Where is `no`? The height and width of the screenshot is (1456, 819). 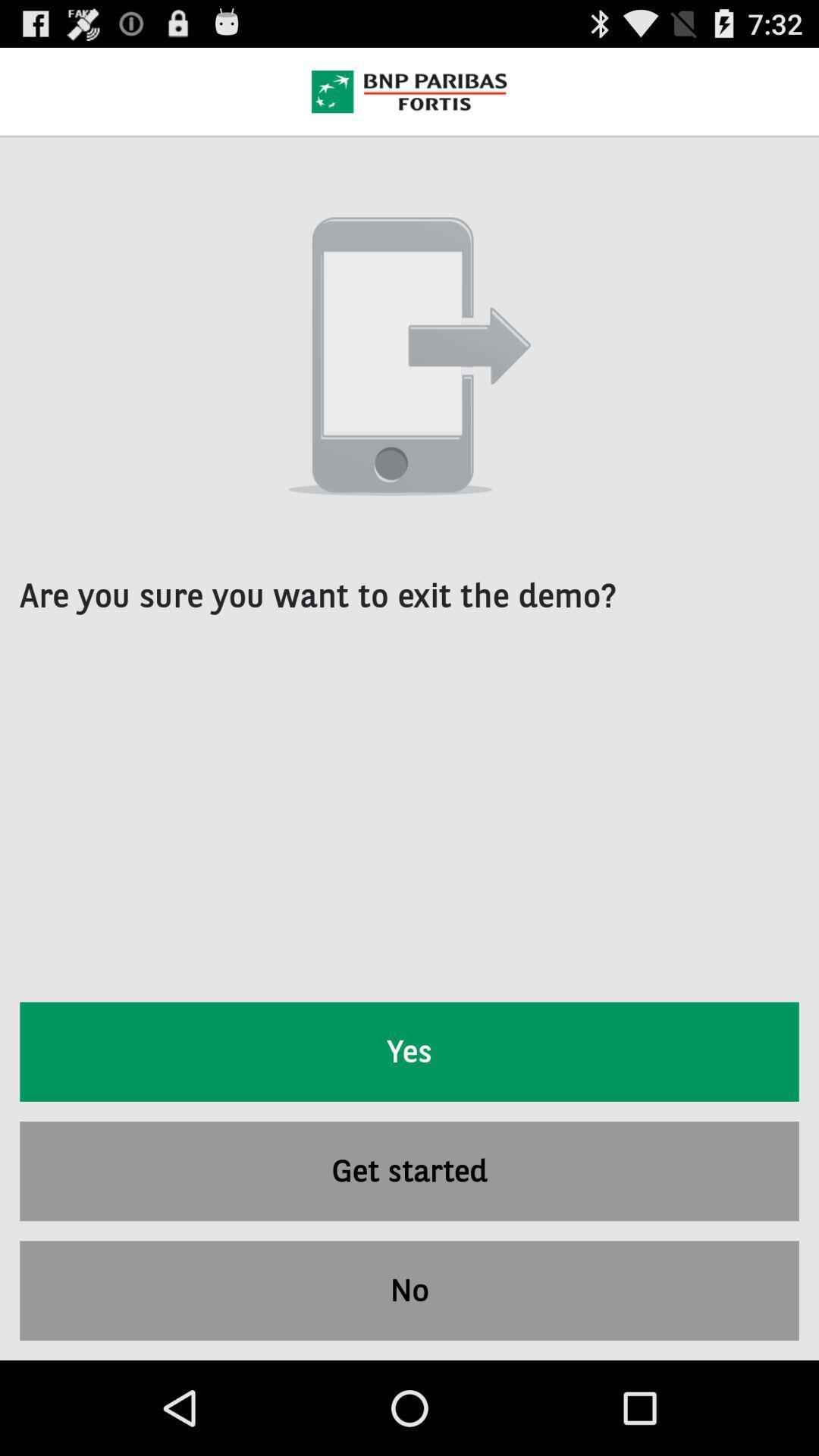 no is located at coordinates (409, 1290).